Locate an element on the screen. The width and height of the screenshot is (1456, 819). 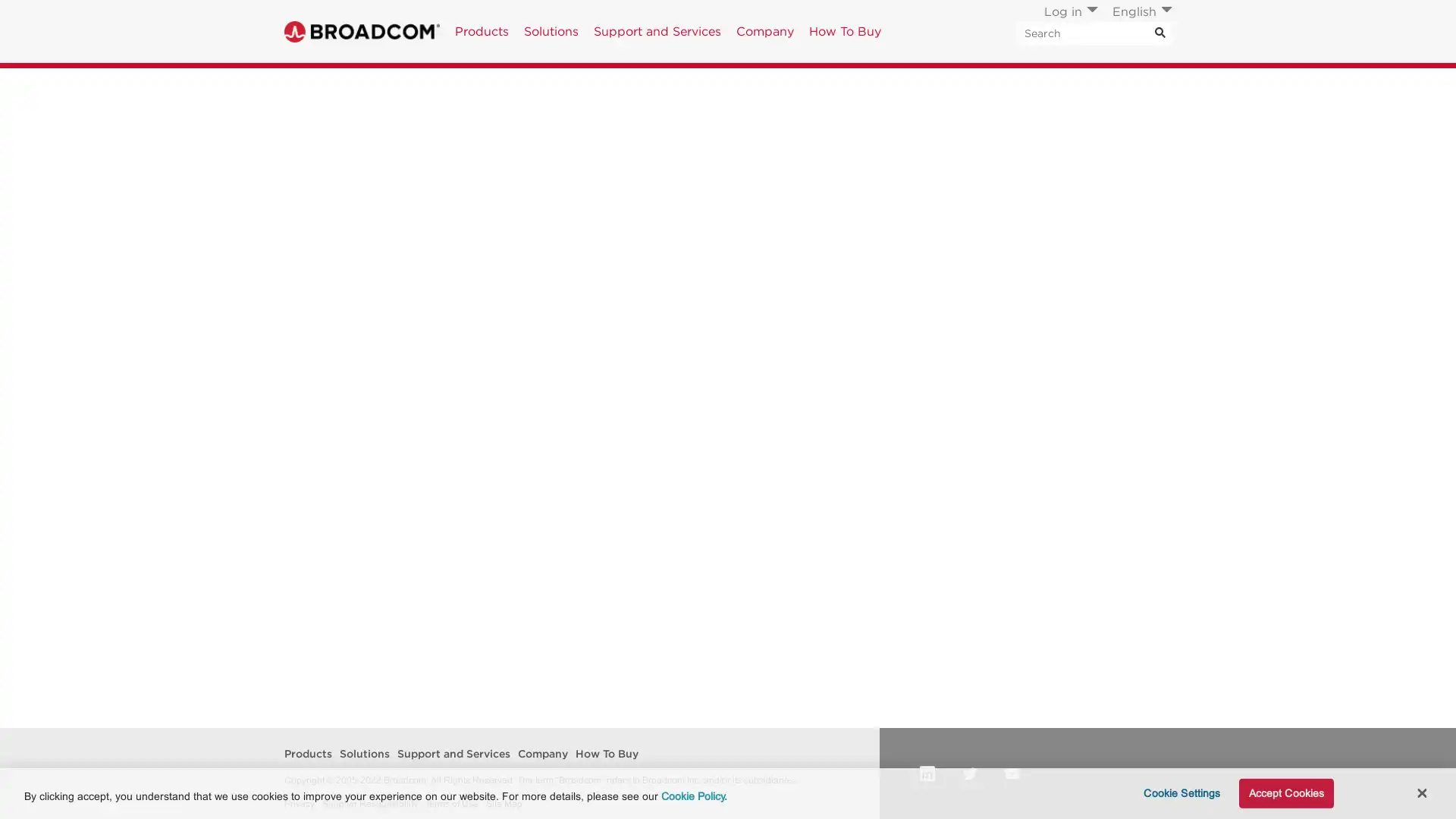
Solutions is located at coordinates (550, 31).